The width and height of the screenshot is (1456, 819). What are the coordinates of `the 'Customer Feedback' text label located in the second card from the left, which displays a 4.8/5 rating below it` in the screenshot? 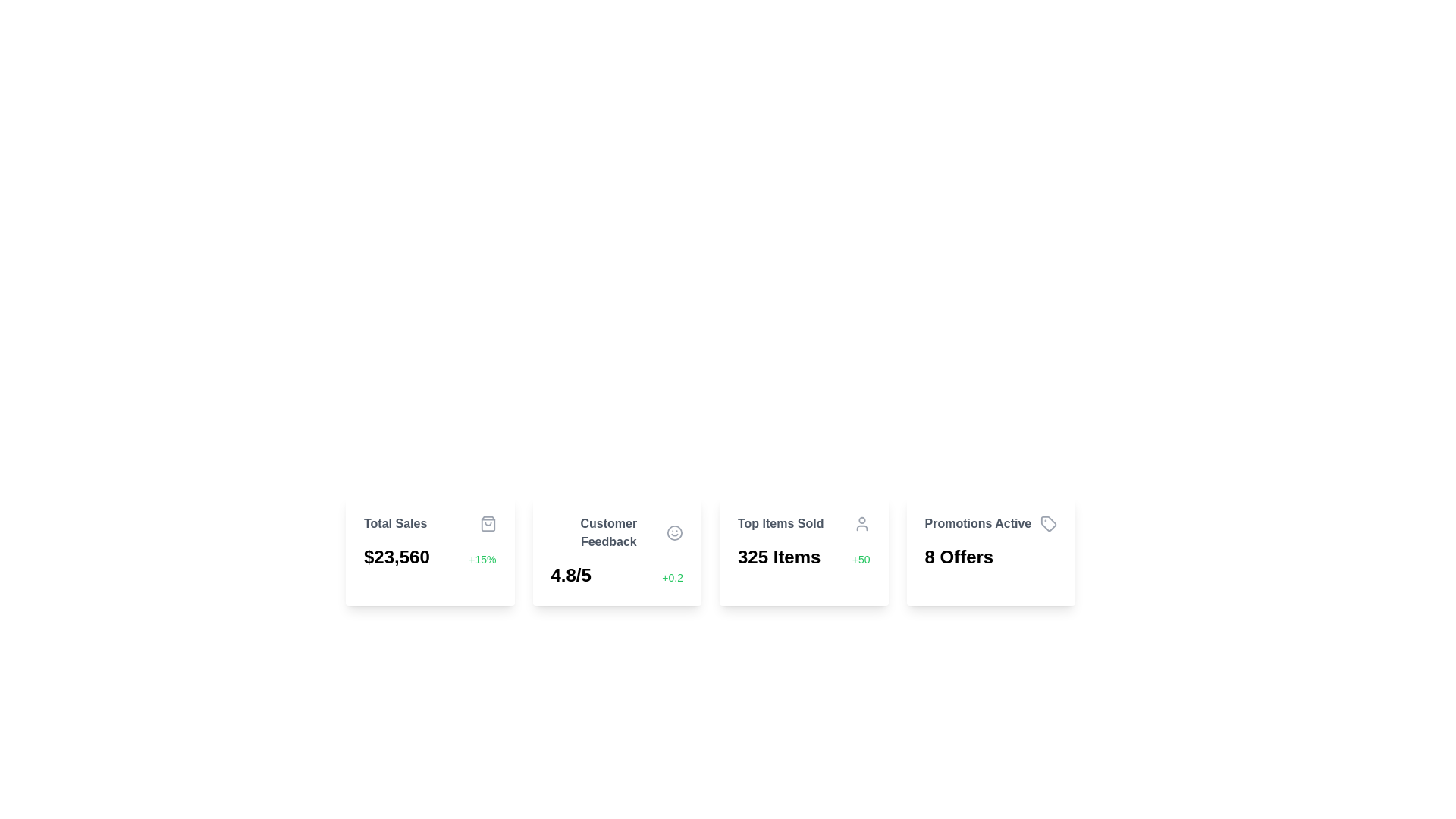 It's located at (608, 532).